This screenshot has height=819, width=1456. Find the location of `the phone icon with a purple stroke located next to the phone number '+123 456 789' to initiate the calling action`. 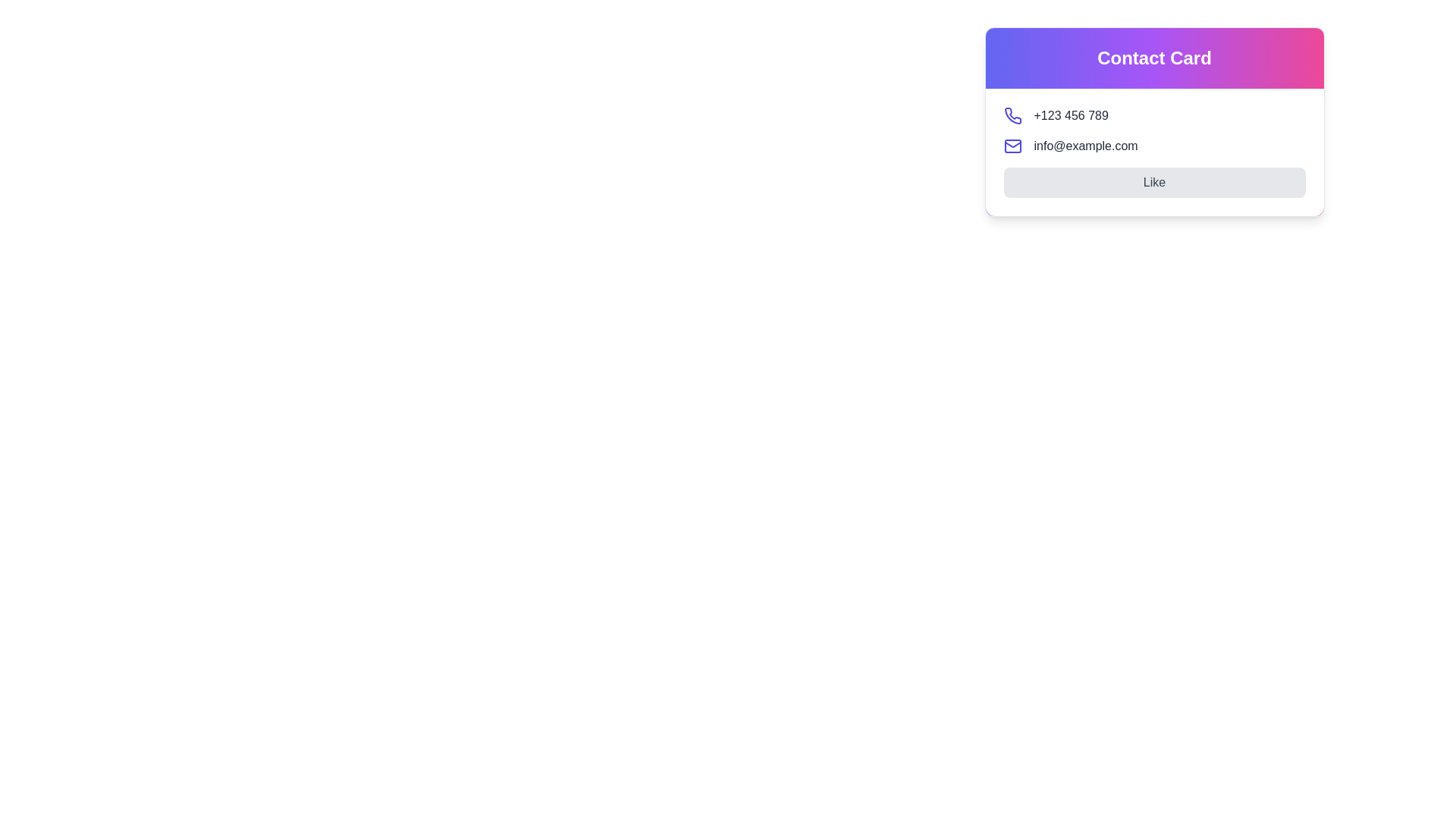

the phone icon with a purple stroke located next to the phone number '+123 456 789' to initiate the calling action is located at coordinates (1012, 115).